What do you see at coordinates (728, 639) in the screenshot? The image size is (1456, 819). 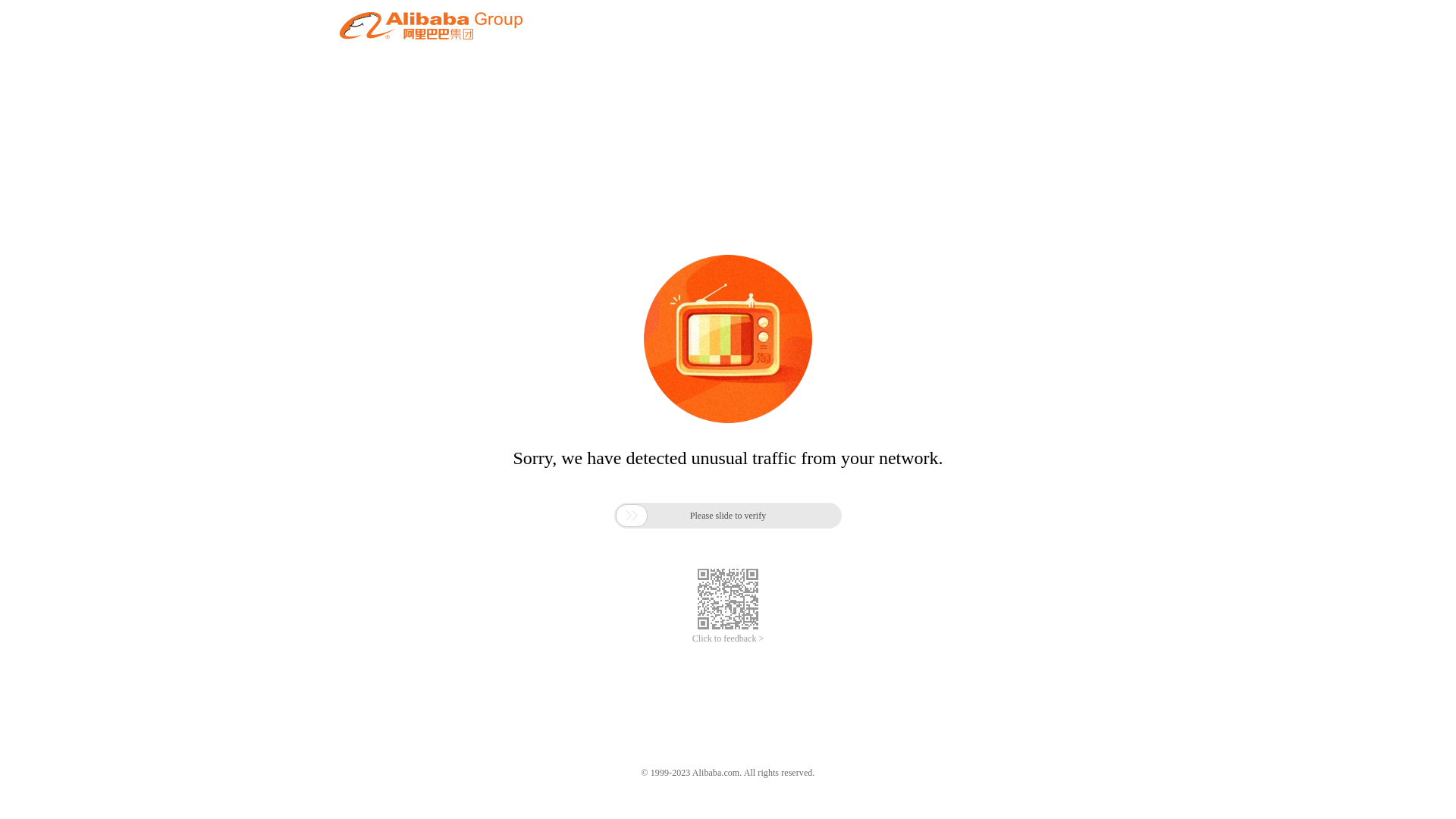 I see `'Click to feedback >'` at bounding box center [728, 639].